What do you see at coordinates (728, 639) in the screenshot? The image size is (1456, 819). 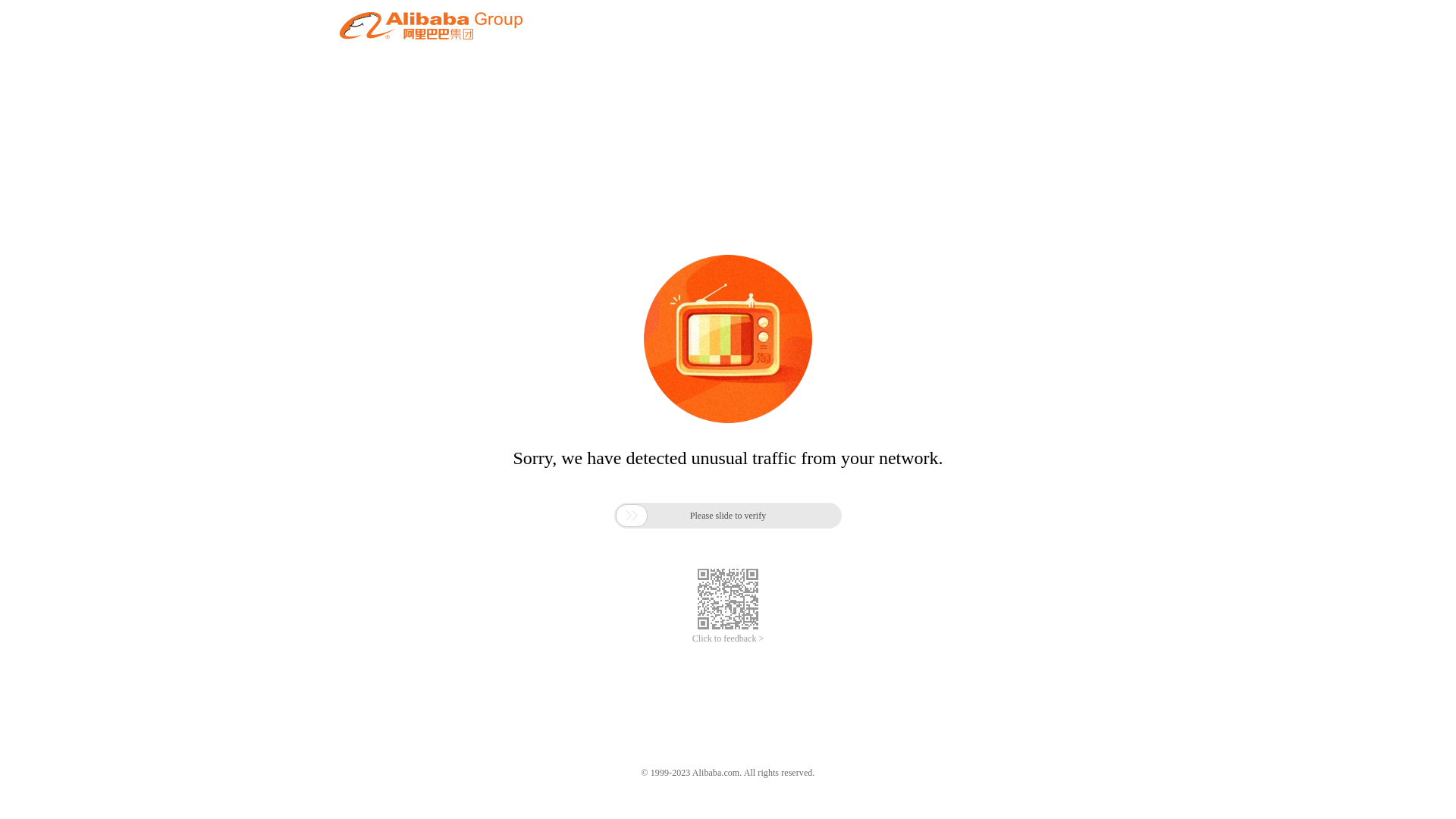 I see `'Click to feedback >'` at bounding box center [728, 639].